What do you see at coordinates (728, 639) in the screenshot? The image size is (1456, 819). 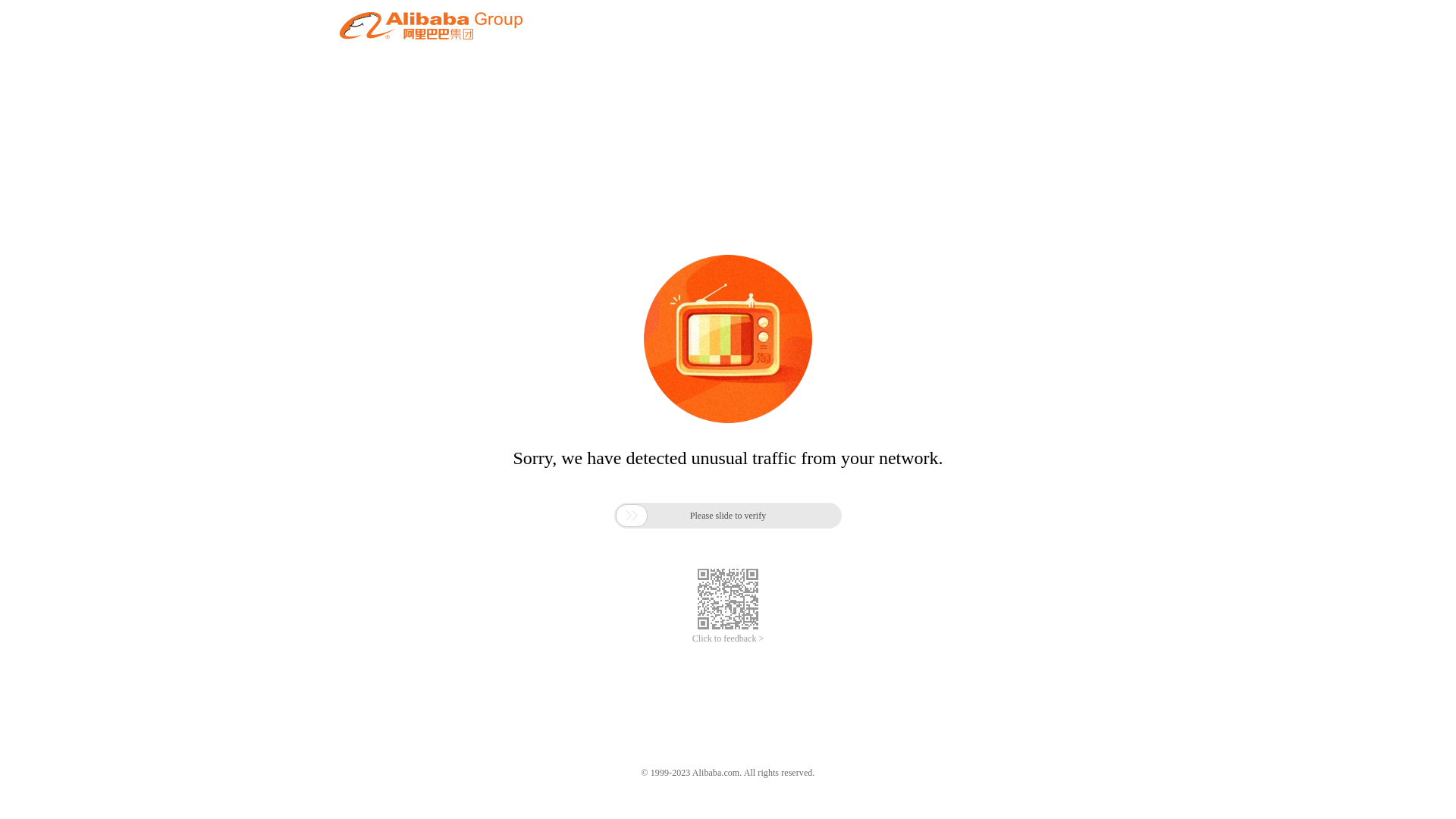 I see `'Click to feedback >'` at bounding box center [728, 639].